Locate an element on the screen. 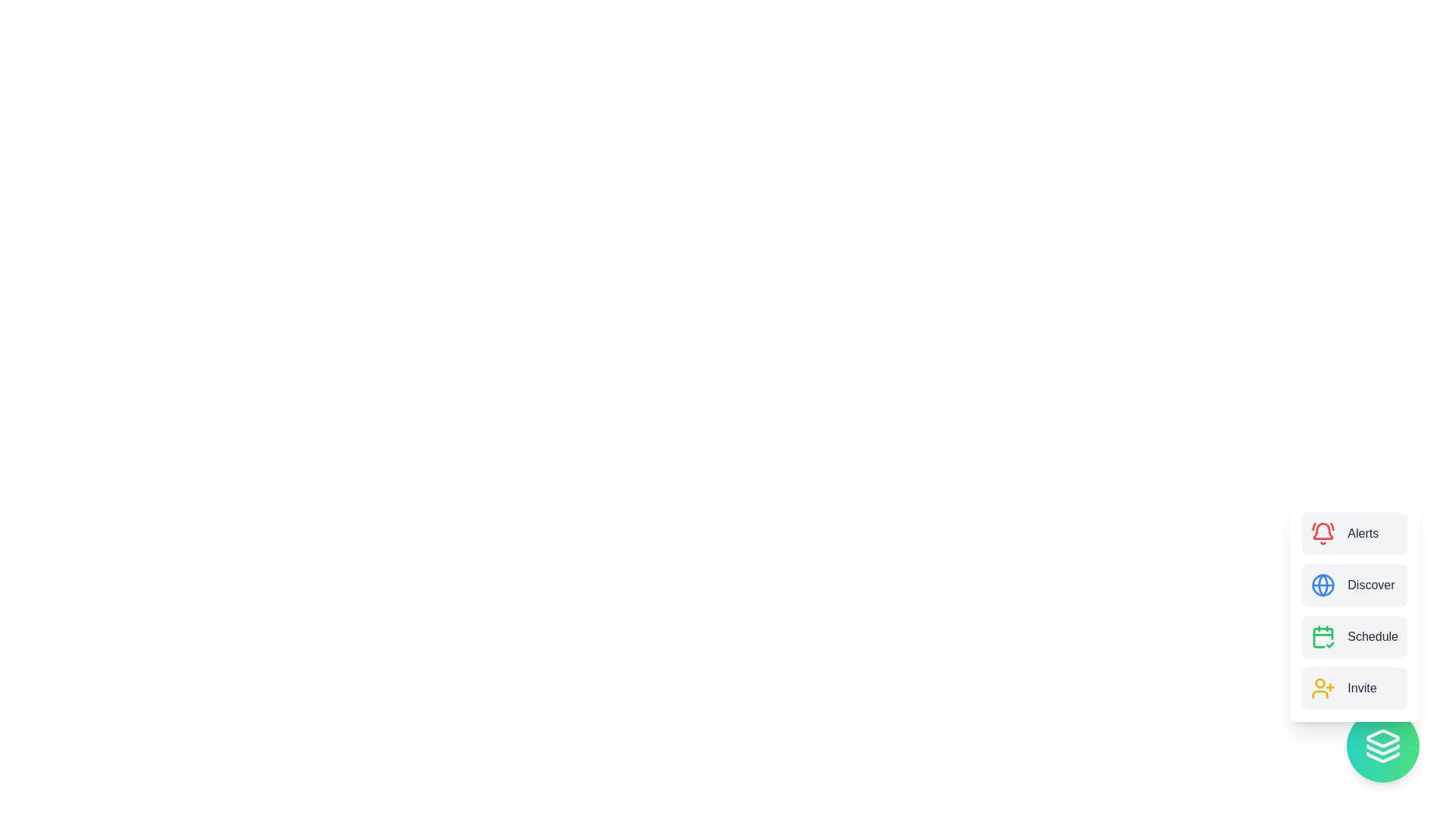  the 'Schedule' button in the menu is located at coordinates (1354, 637).